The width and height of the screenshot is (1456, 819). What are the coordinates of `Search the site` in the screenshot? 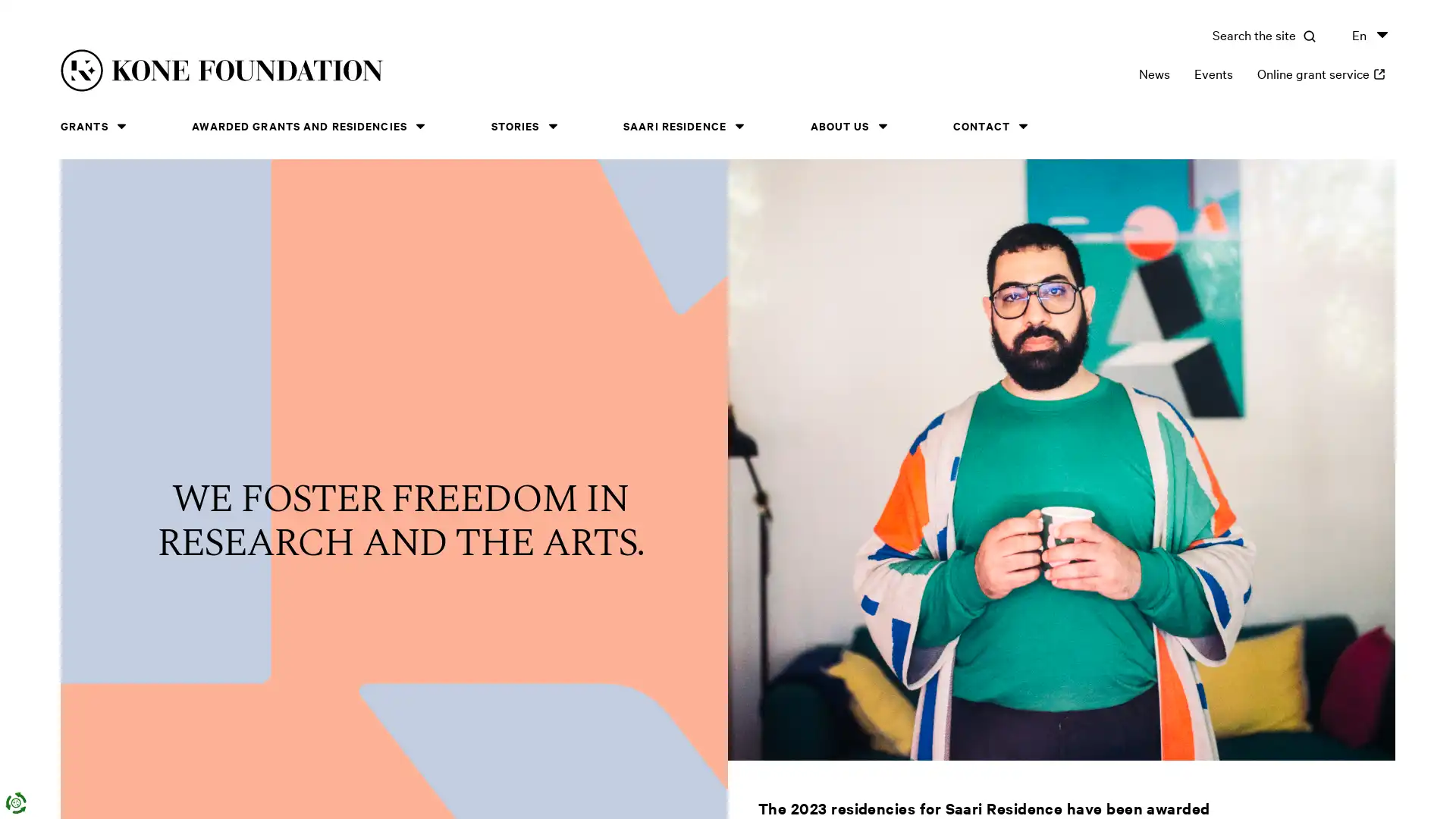 It's located at (1263, 34).